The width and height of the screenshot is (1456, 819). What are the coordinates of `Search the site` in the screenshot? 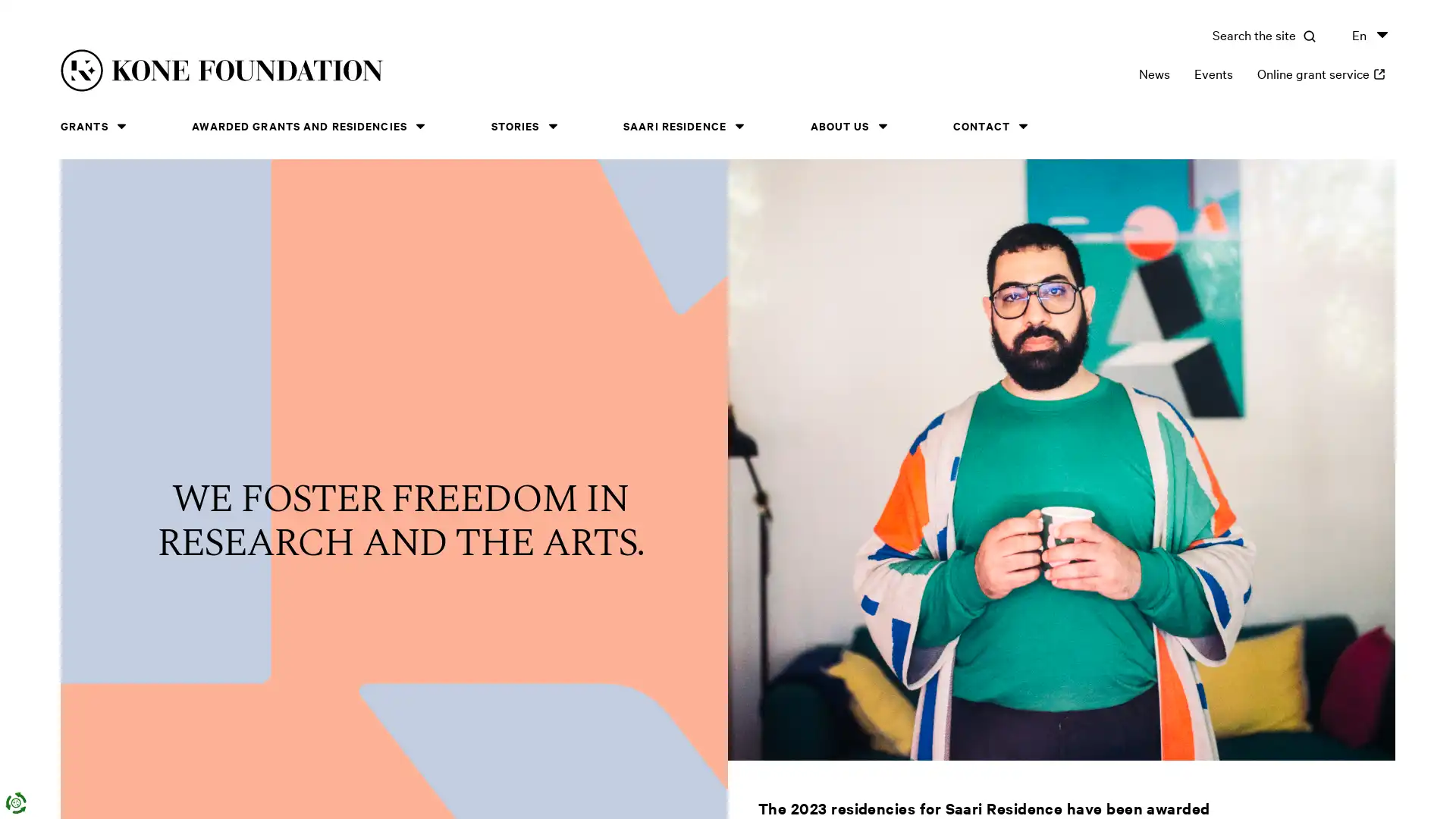 It's located at (1263, 34).